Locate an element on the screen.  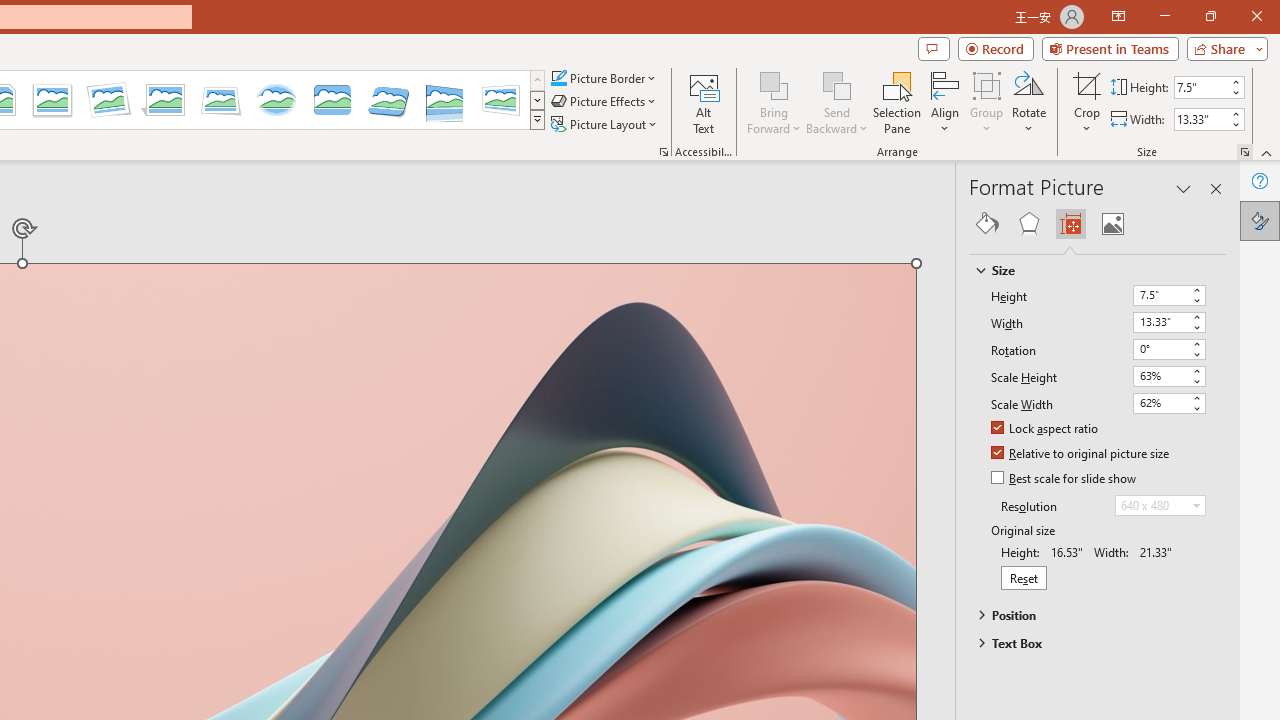
'Picture Layout' is located at coordinates (605, 124).